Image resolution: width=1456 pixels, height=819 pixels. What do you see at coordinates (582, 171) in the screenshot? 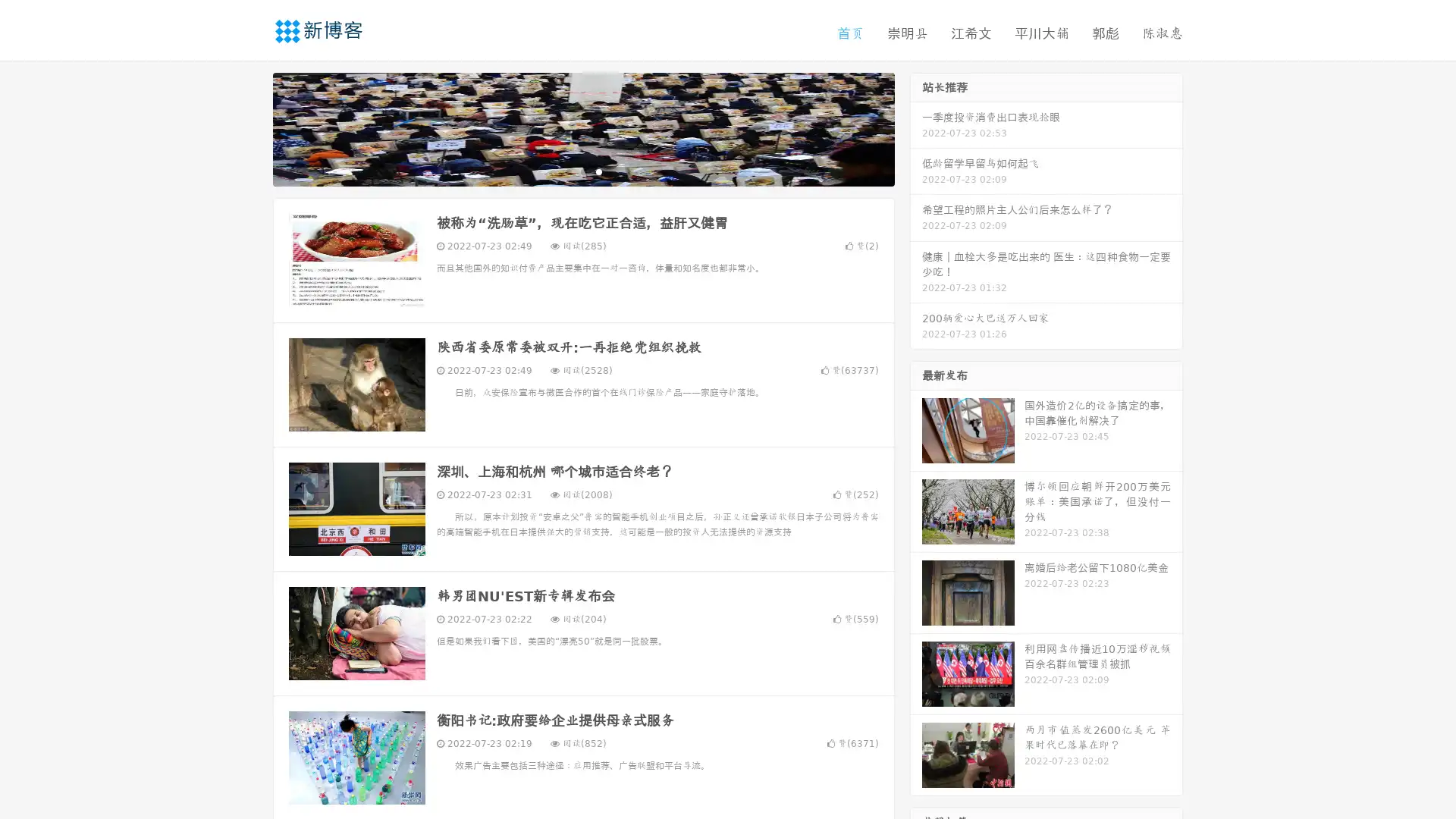
I see `Go to slide 2` at bounding box center [582, 171].